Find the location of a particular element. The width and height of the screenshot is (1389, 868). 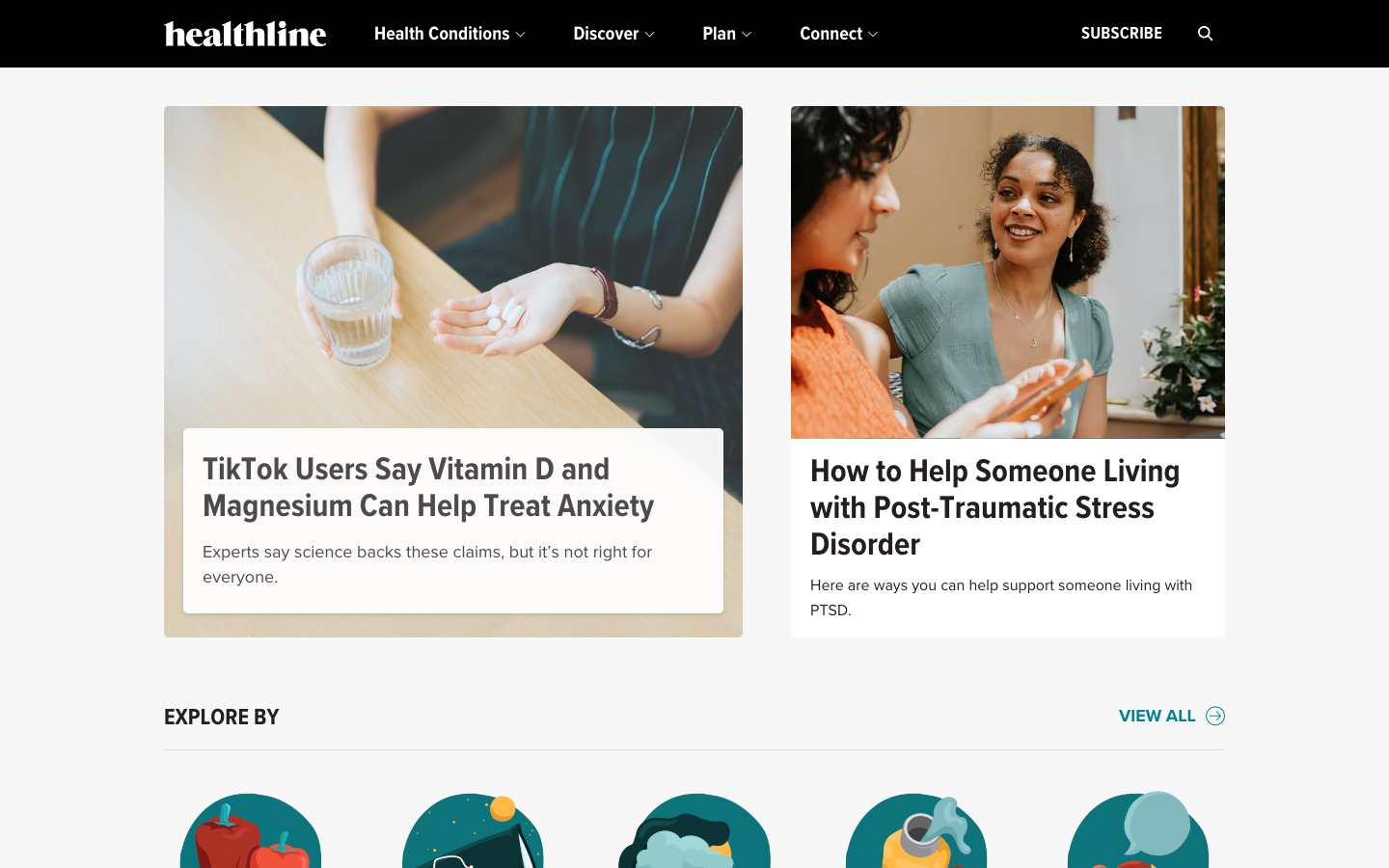

Inspect different health-related topics by using the view option is located at coordinates (1171, 717).